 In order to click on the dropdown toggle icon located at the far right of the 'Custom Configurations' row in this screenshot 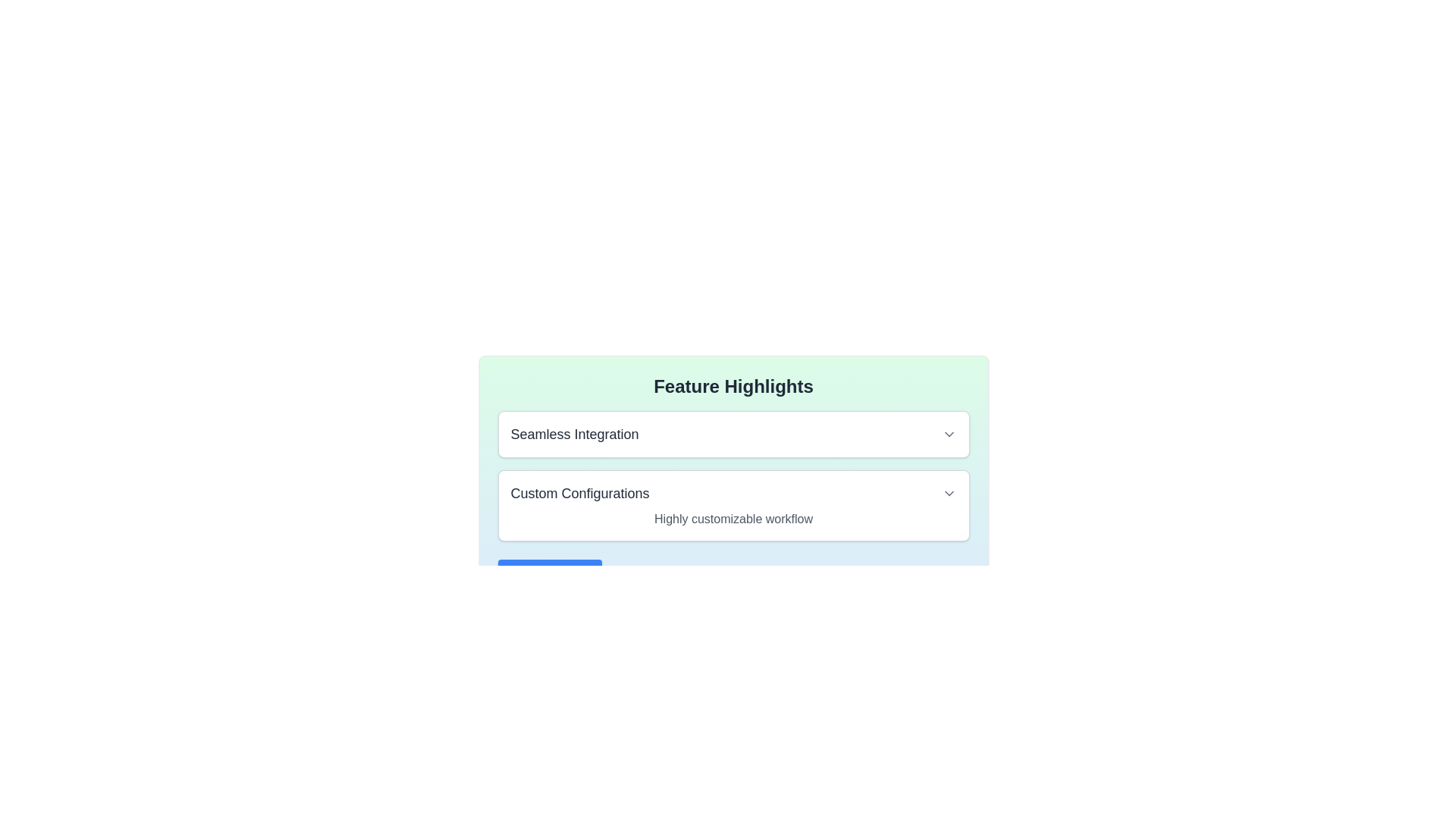, I will do `click(948, 494)`.